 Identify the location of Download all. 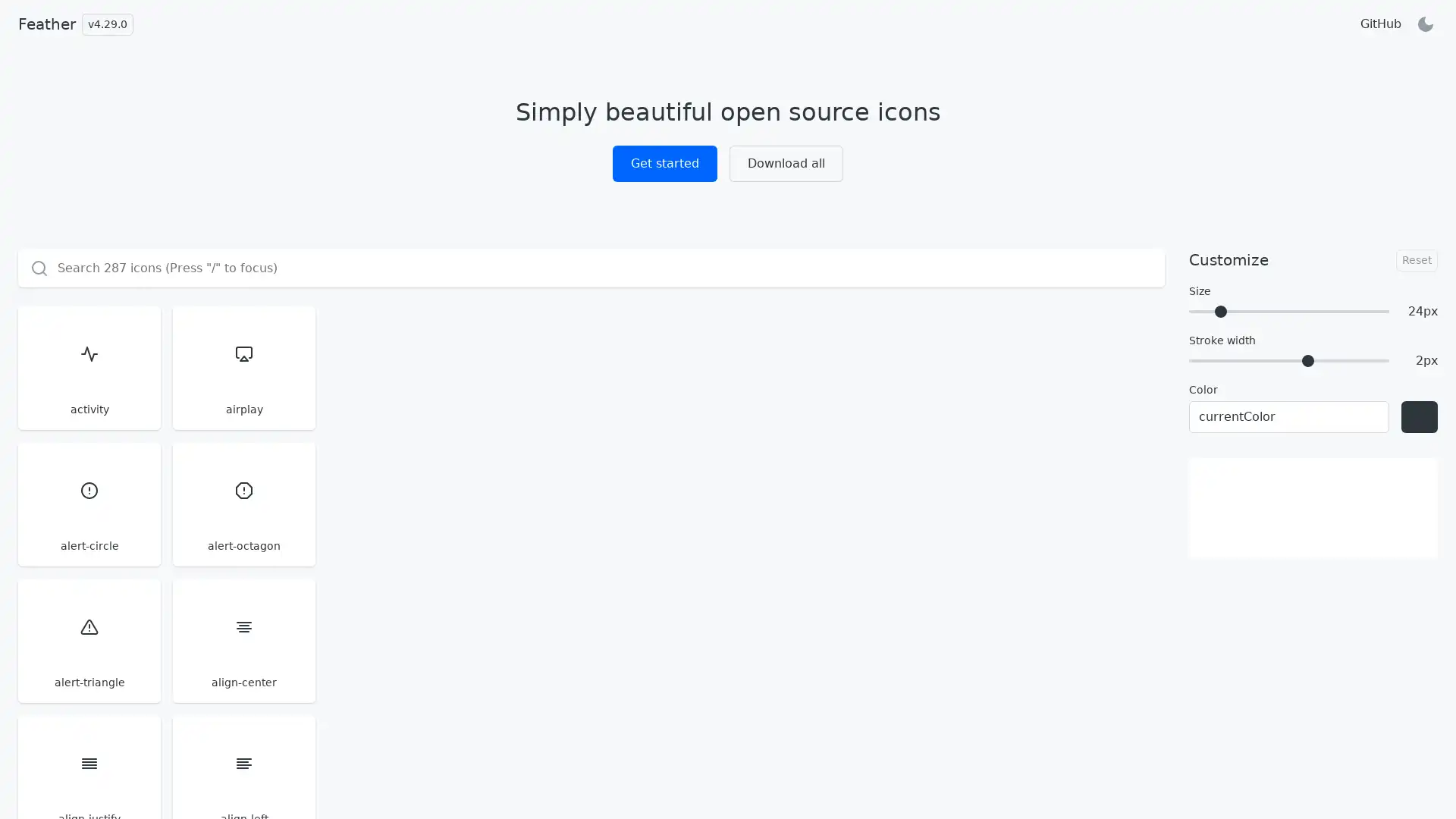
(786, 164).